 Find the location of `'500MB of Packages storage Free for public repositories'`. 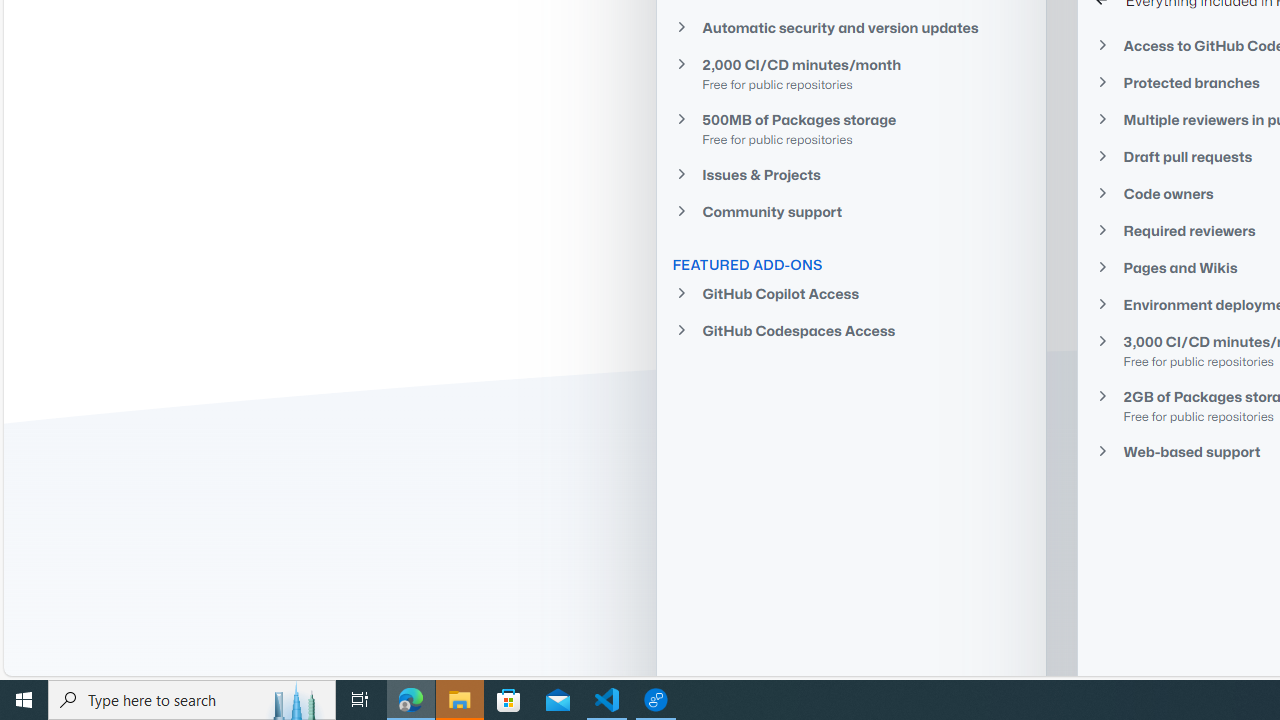

'500MB of Packages storage Free for public repositories' is located at coordinates (851, 128).